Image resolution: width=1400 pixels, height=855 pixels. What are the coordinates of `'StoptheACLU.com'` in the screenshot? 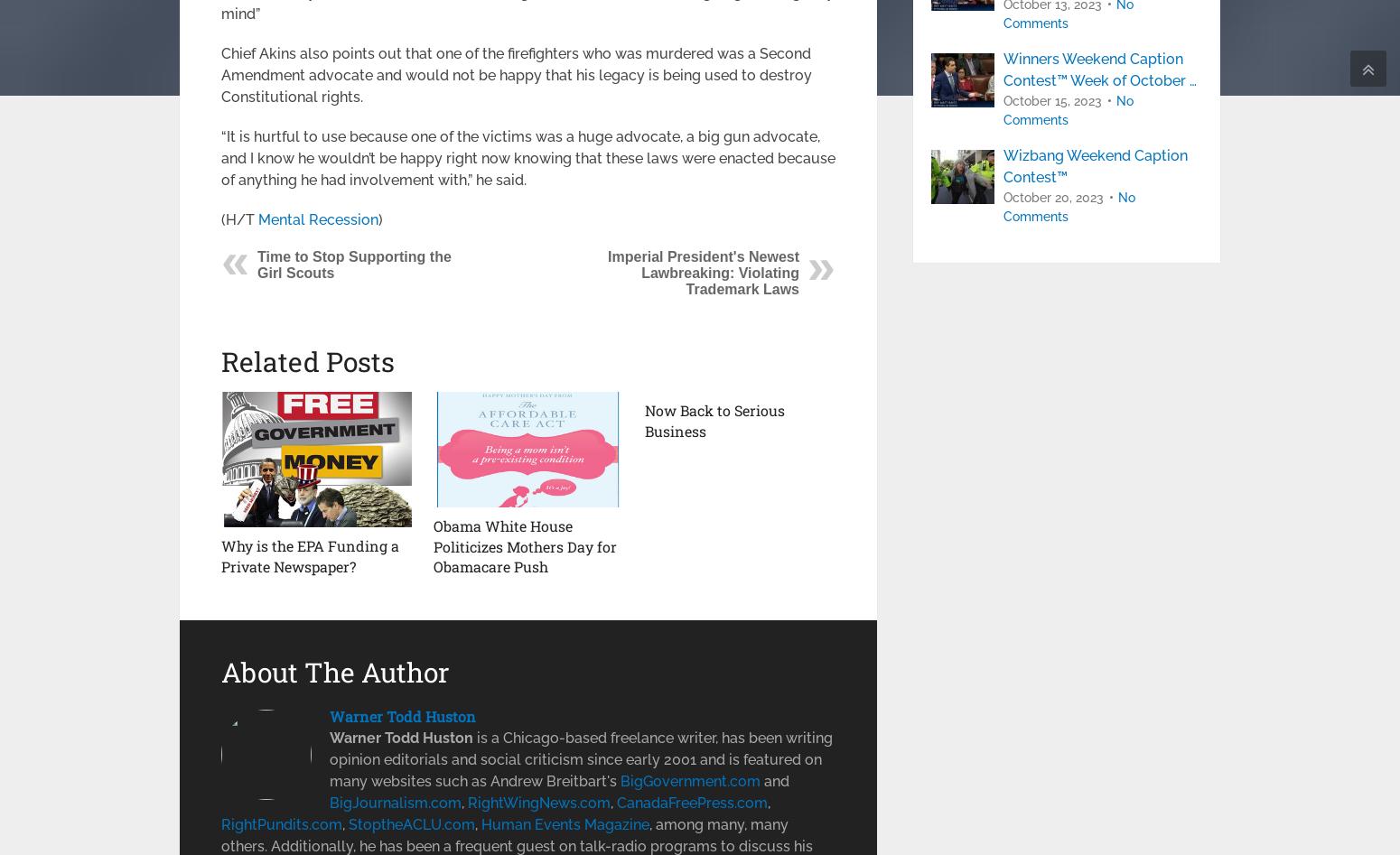 It's located at (412, 822).